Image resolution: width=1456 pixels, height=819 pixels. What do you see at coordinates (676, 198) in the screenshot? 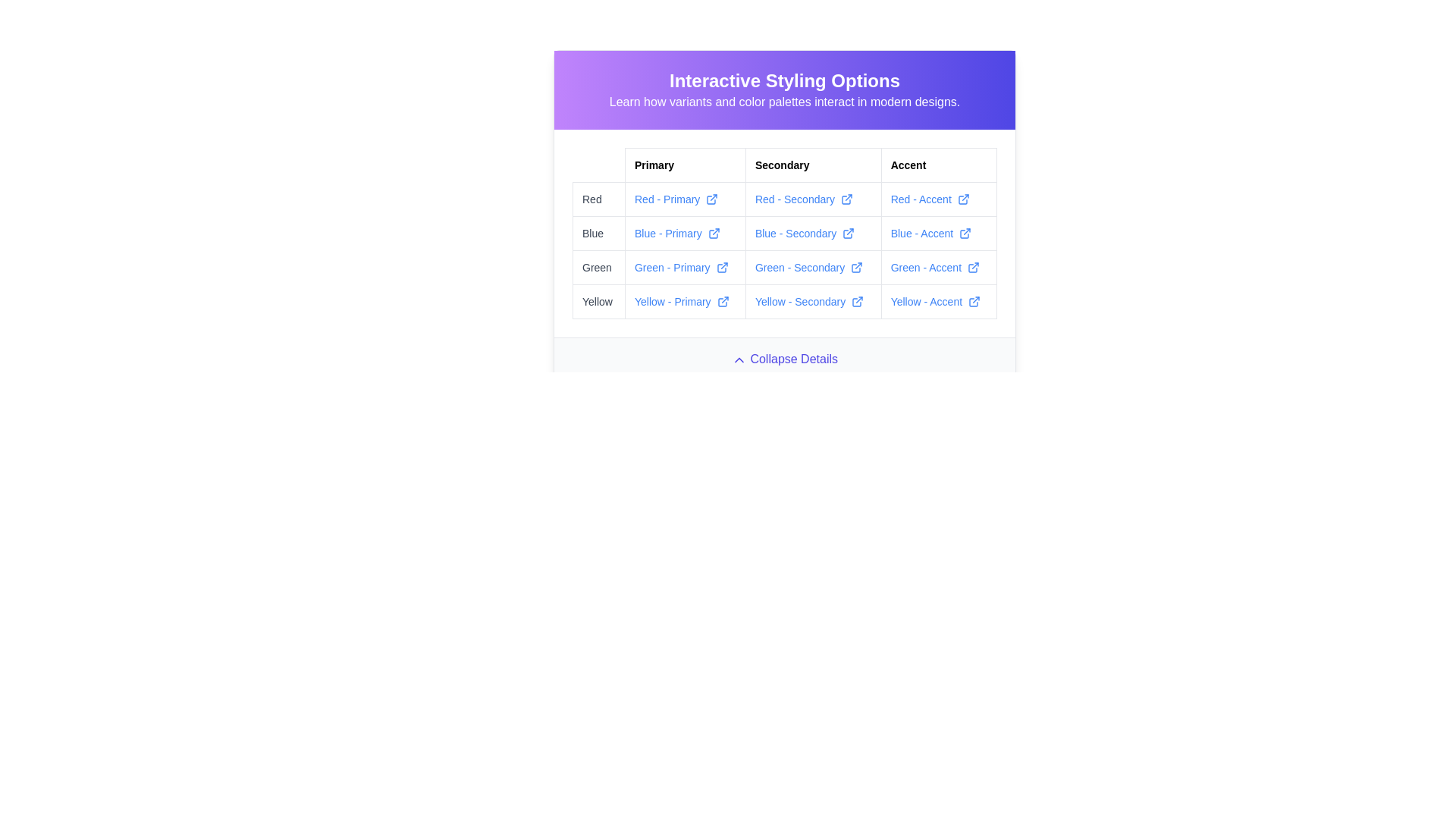
I see `the hyperlink in the first row and second column of the table under the 'Primary' column header` at bounding box center [676, 198].